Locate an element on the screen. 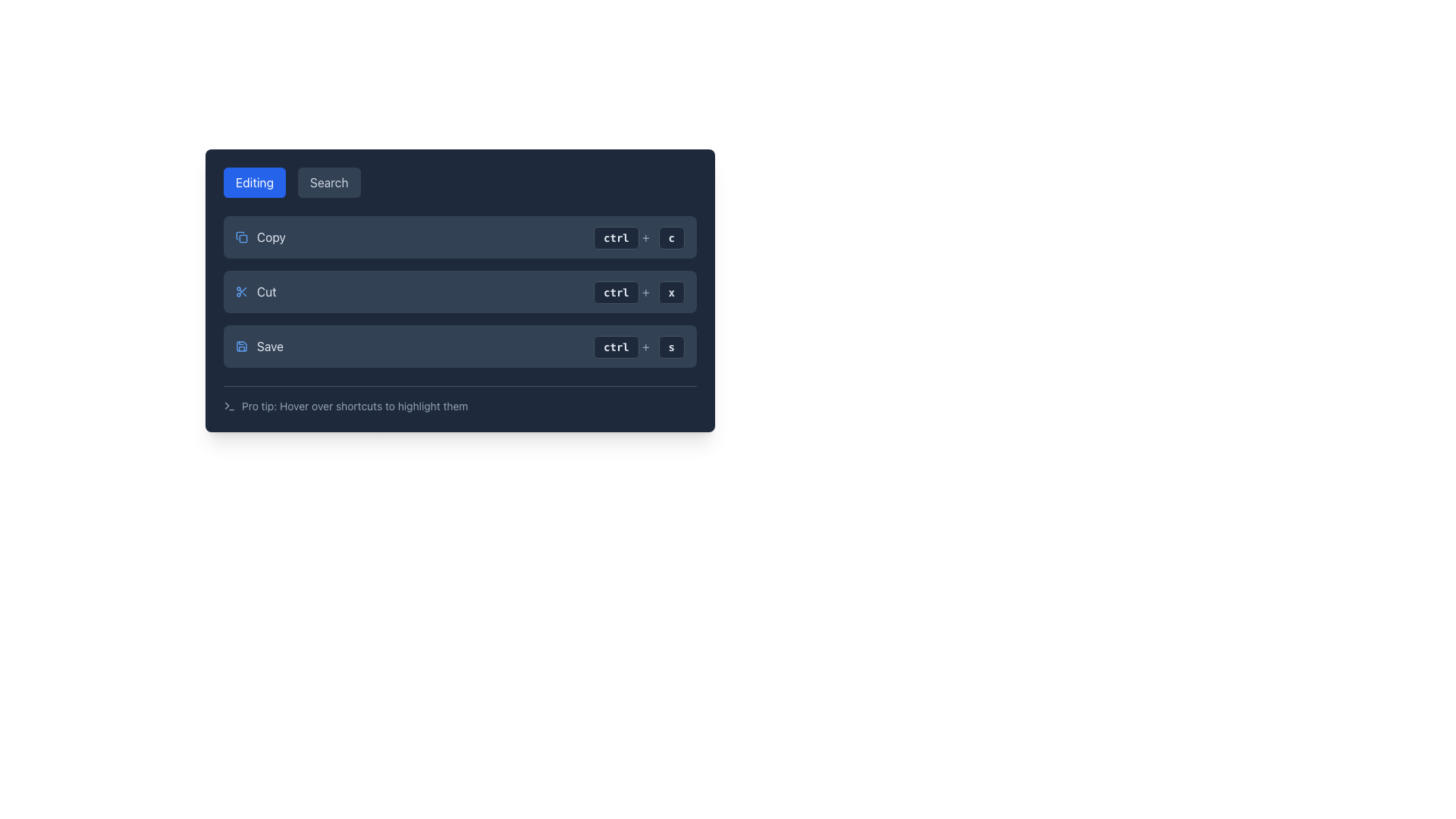  the copy icon located in the left part of the row labeled 'Copy', preceding the text and aligned horizontally with its associated button is located at coordinates (240, 237).